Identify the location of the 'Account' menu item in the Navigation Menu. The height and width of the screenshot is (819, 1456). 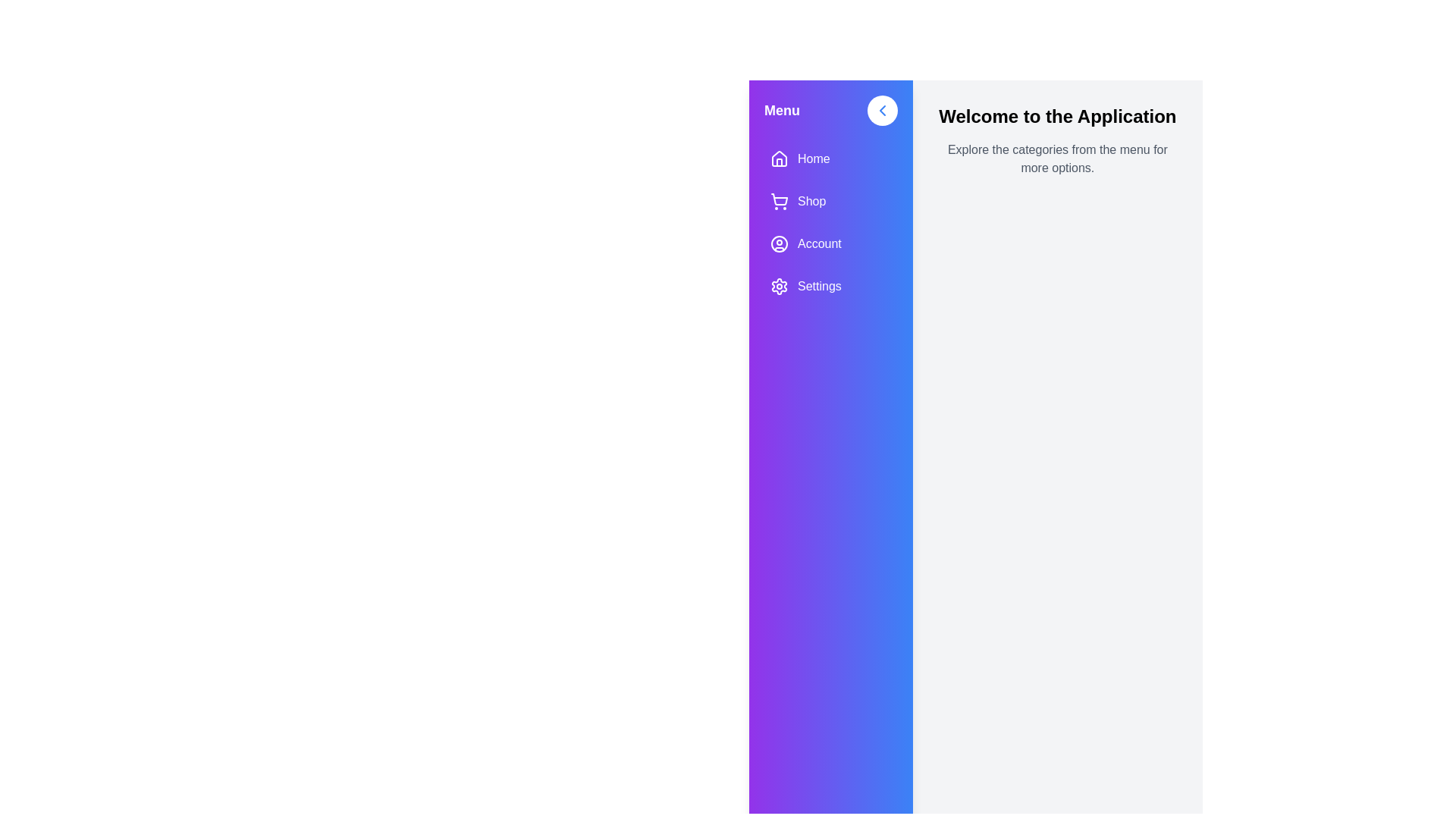
(830, 222).